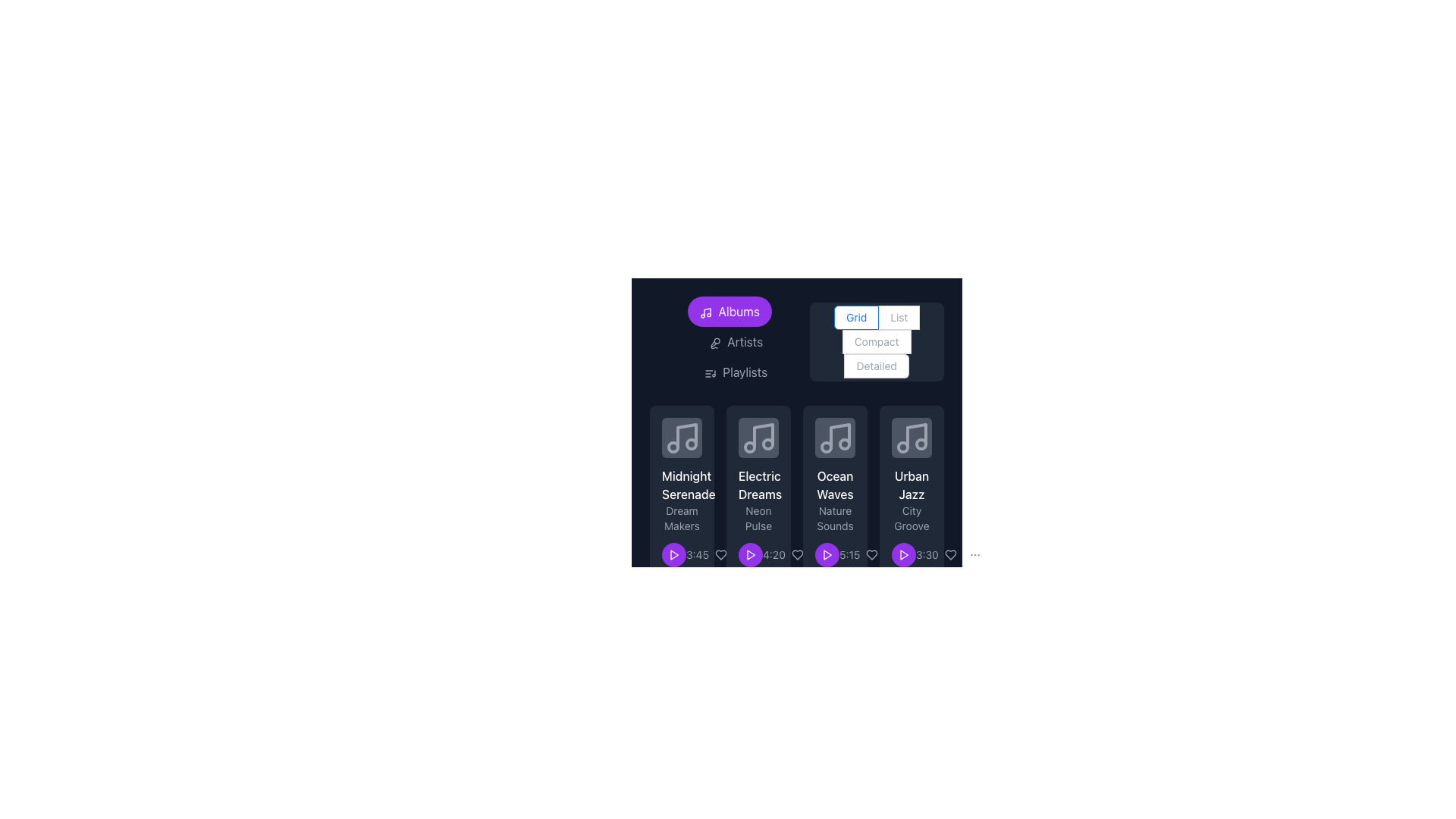 Image resolution: width=1456 pixels, height=819 pixels. Describe the element at coordinates (856, 317) in the screenshot. I see `the highlighted 'Grid' radio button` at that location.